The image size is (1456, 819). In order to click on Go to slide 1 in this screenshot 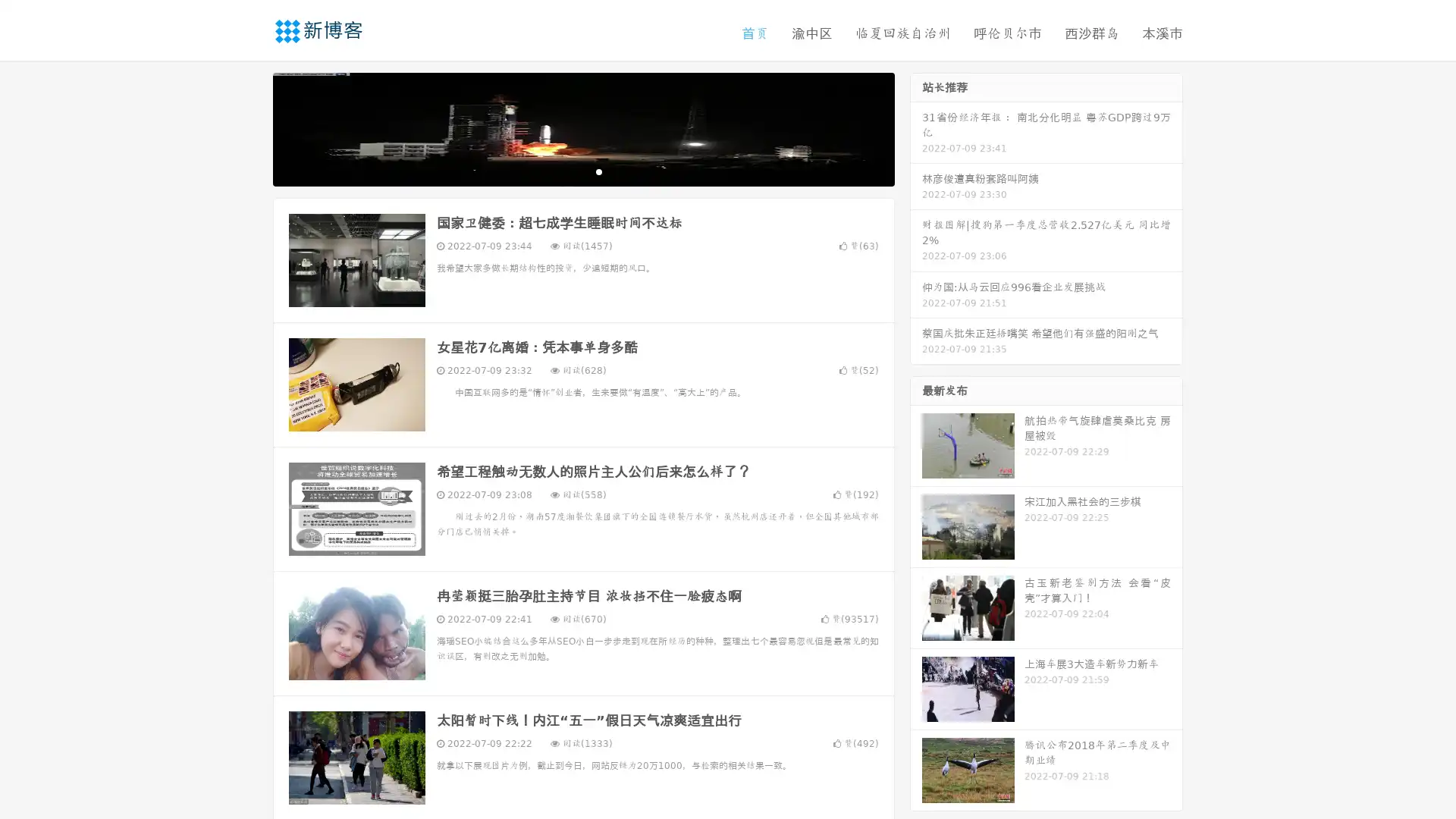, I will do `click(567, 171)`.